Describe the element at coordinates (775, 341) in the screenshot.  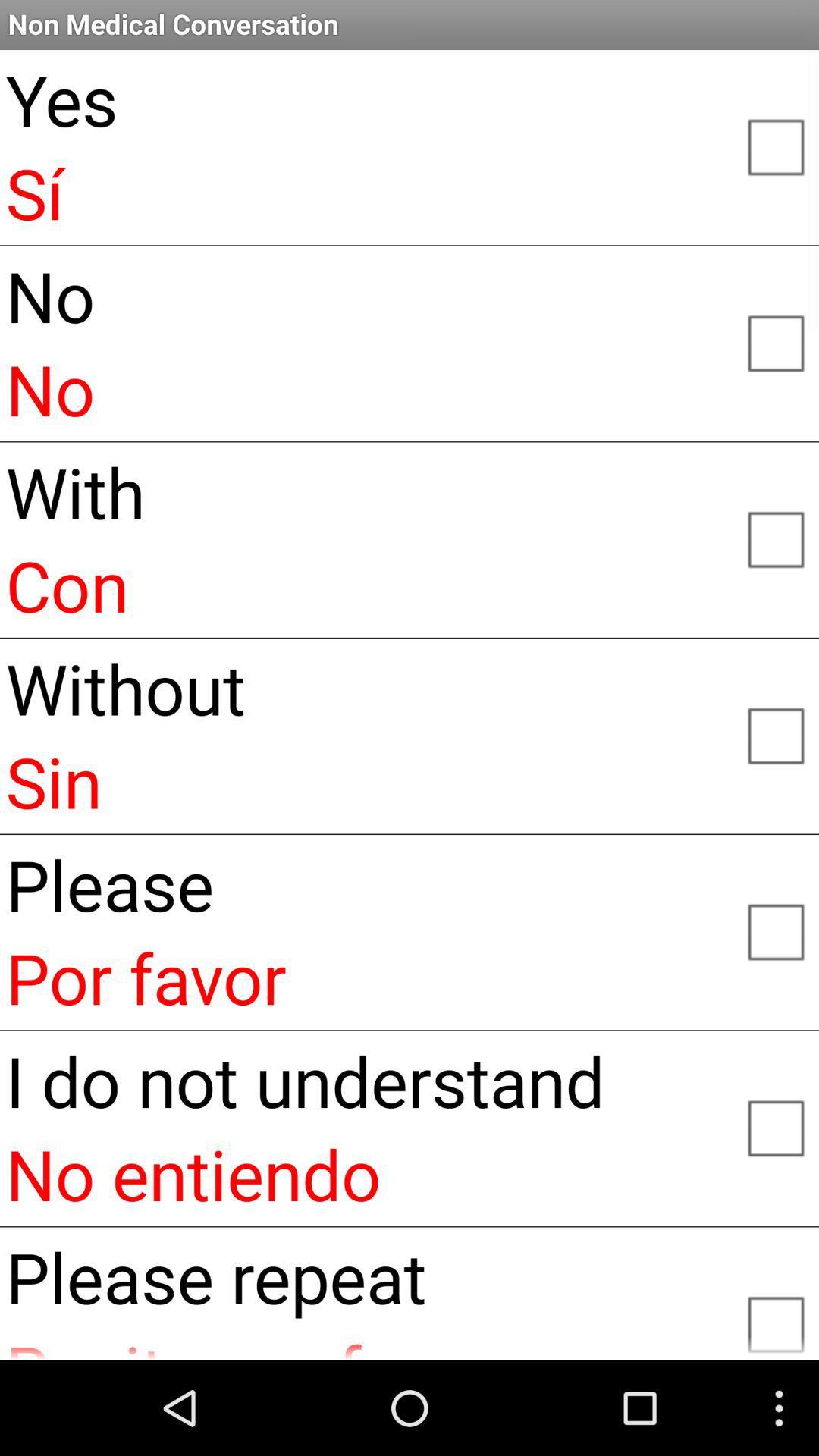
I see `no` at that location.